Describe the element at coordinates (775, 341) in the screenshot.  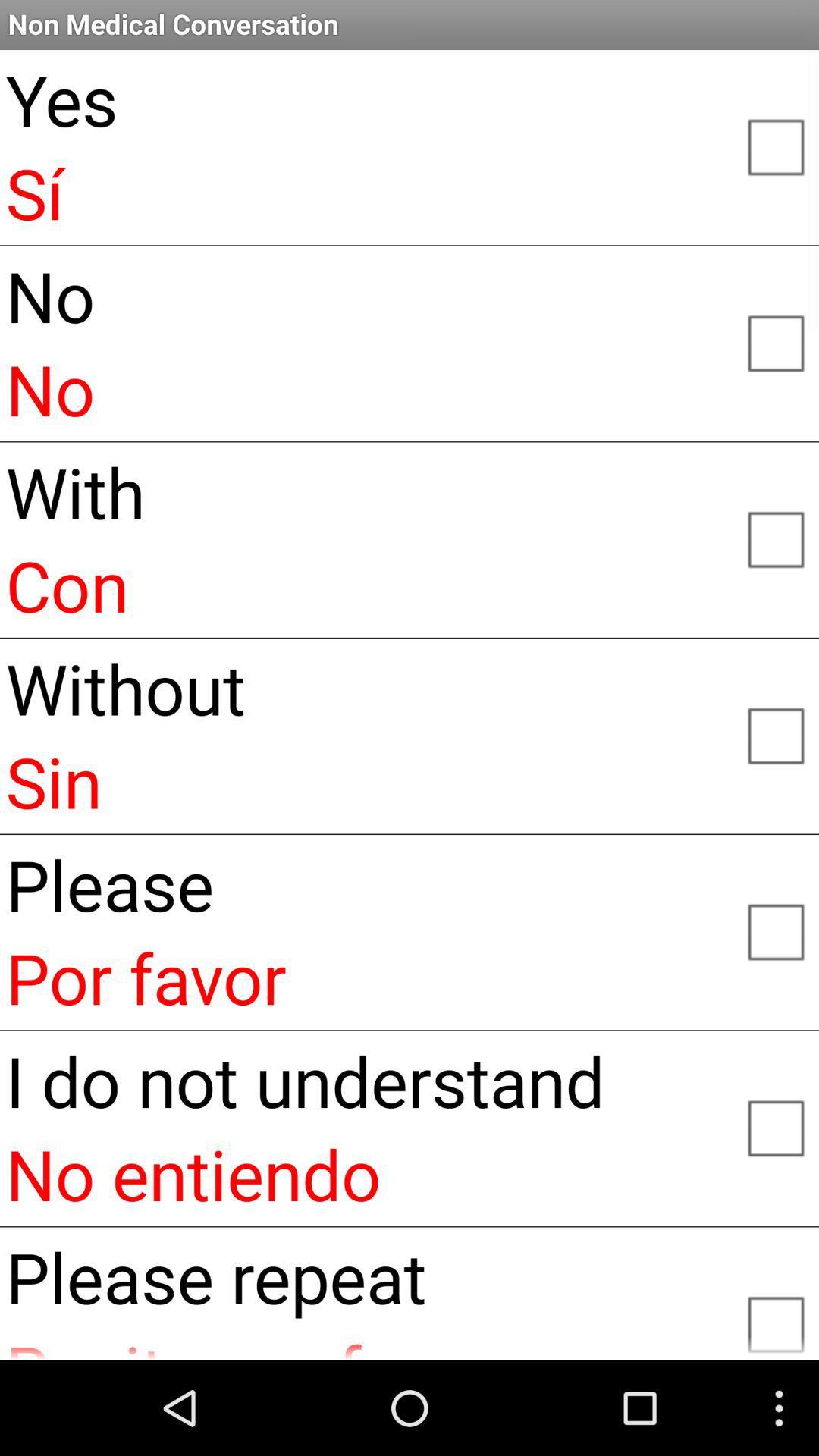
I see `no` at that location.